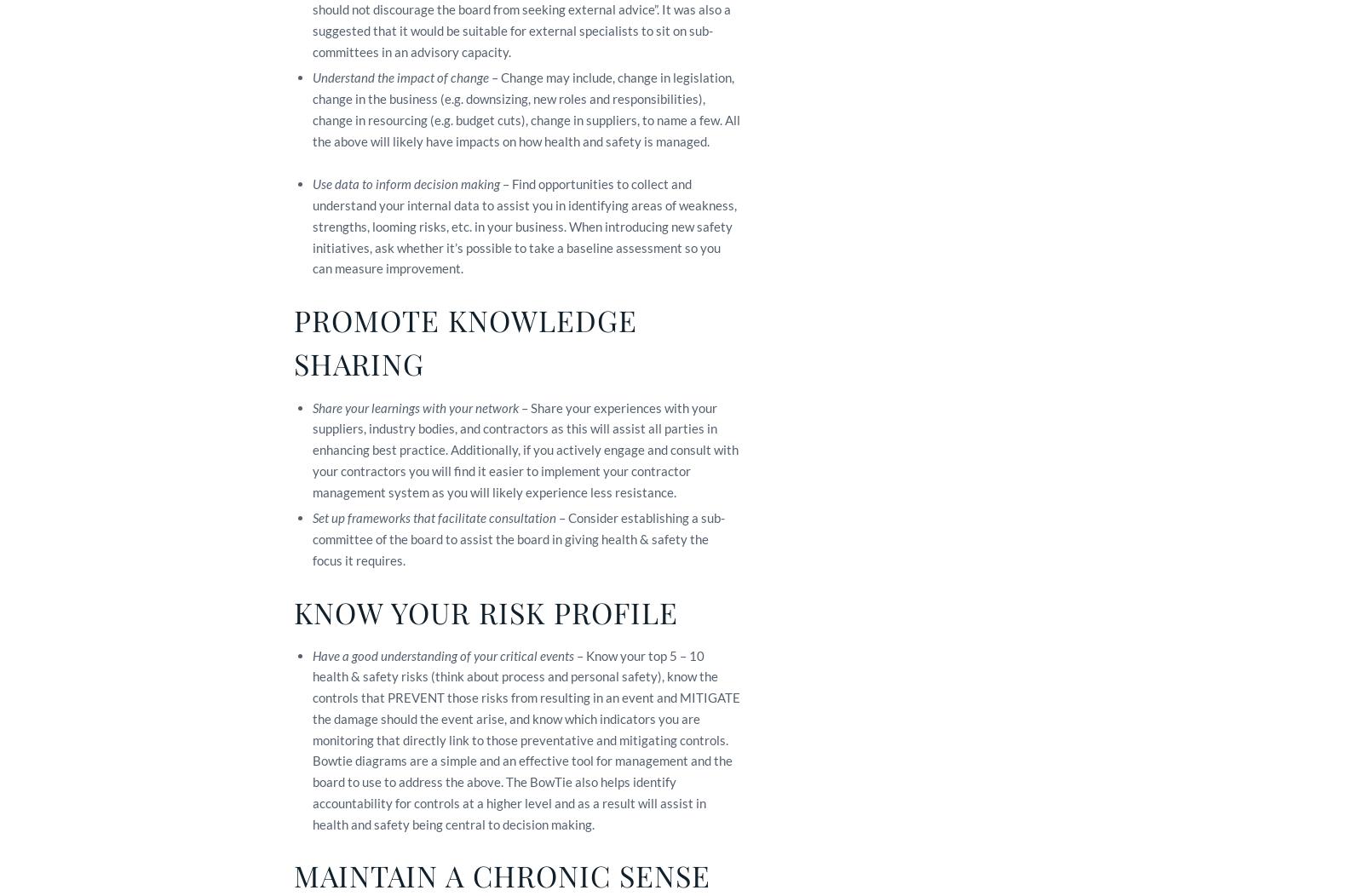  What do you see at coordinates (525, 449) in the screenshot?
I see `'– Share your experiences with your suppliers, industry bodies, and contractors as this will assist all parties in enhancing best practice. Additionally, if you actively engage and consult with your contractors you will find it easier to implement your contractor management system as you will likely experience less resistance.'` at bounding box center [525, 449].